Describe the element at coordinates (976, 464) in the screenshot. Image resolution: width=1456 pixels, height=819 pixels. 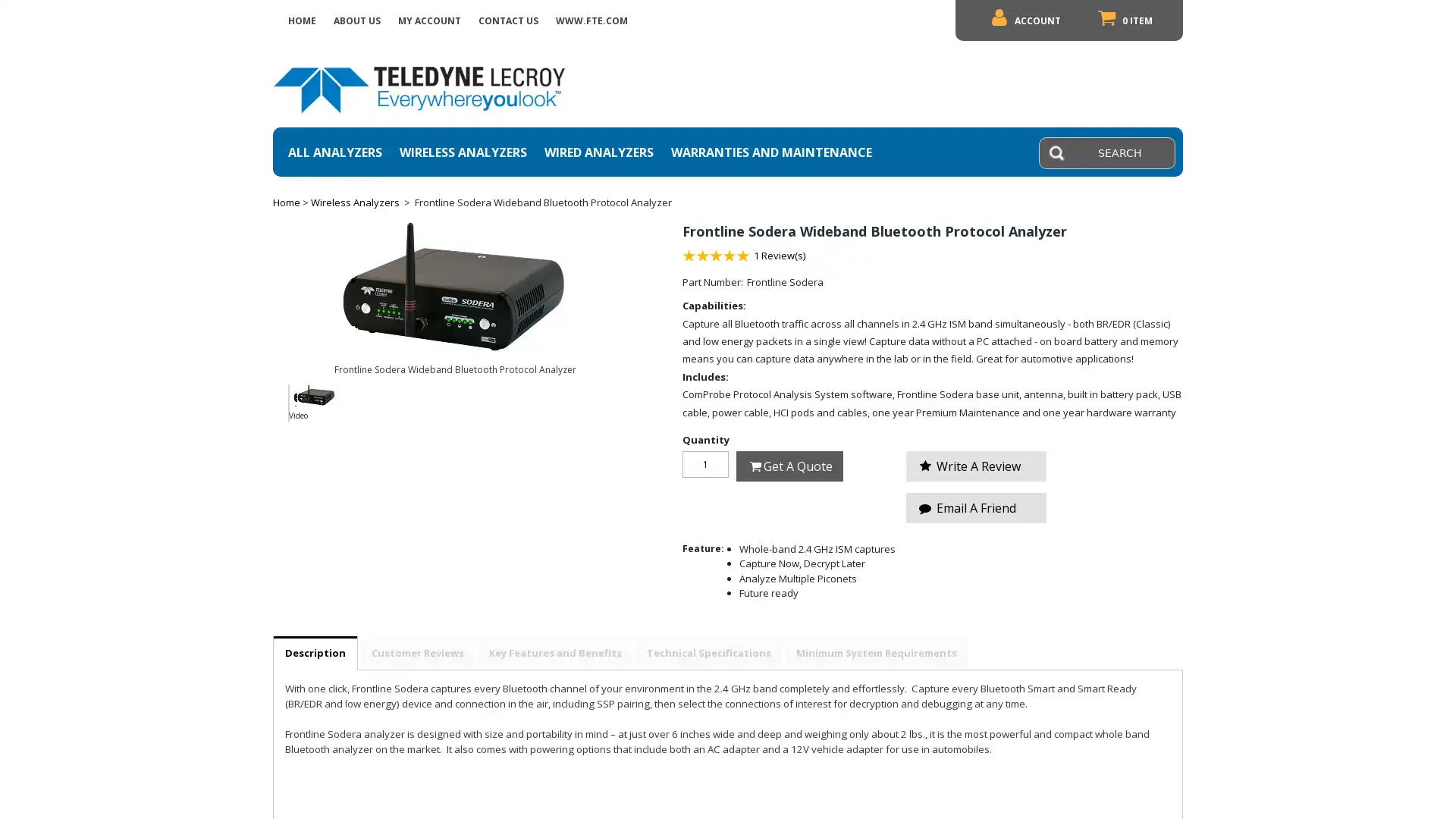
I see `Write A Review` at that location.